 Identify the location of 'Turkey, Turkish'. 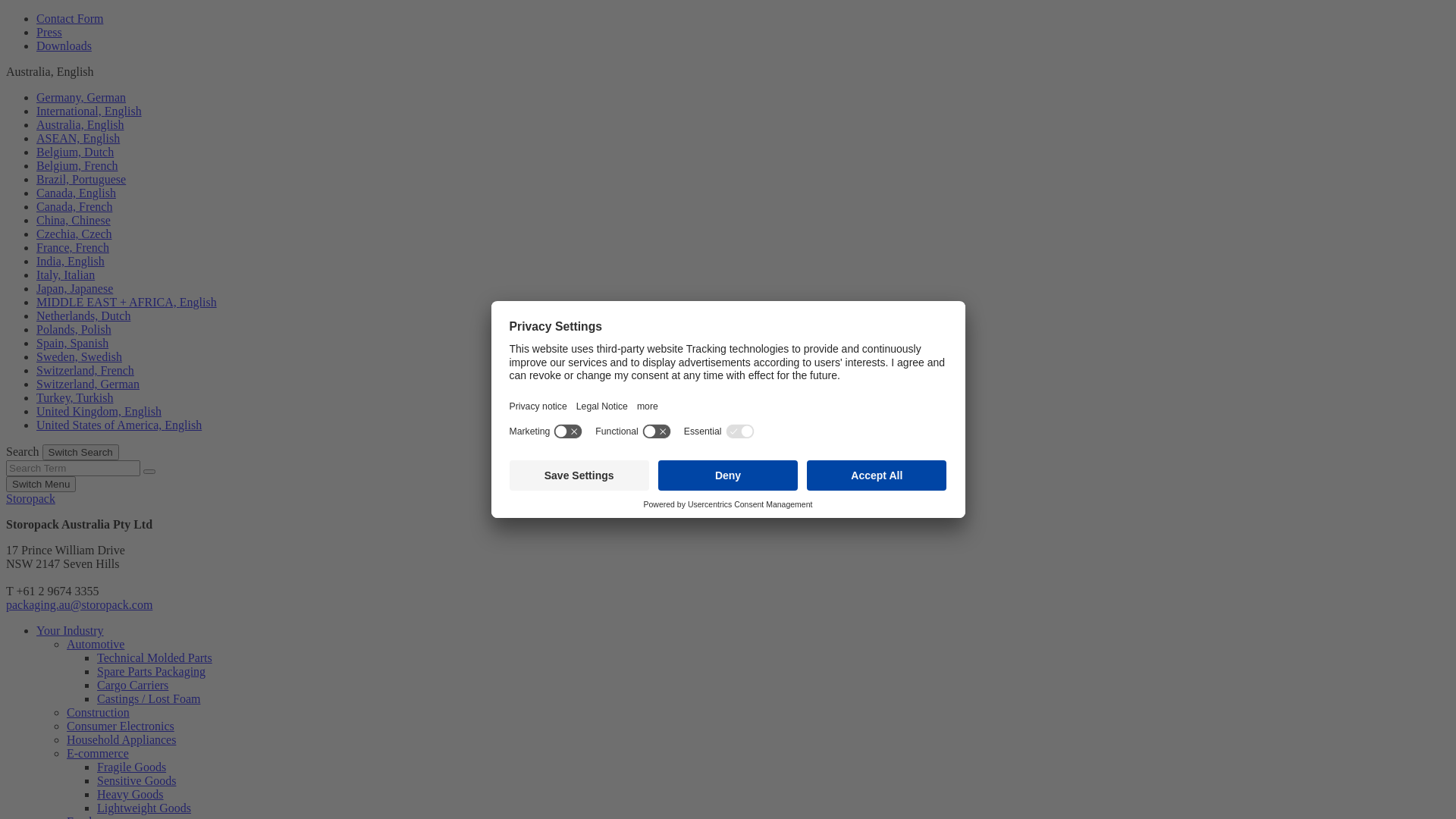
(36, 397).